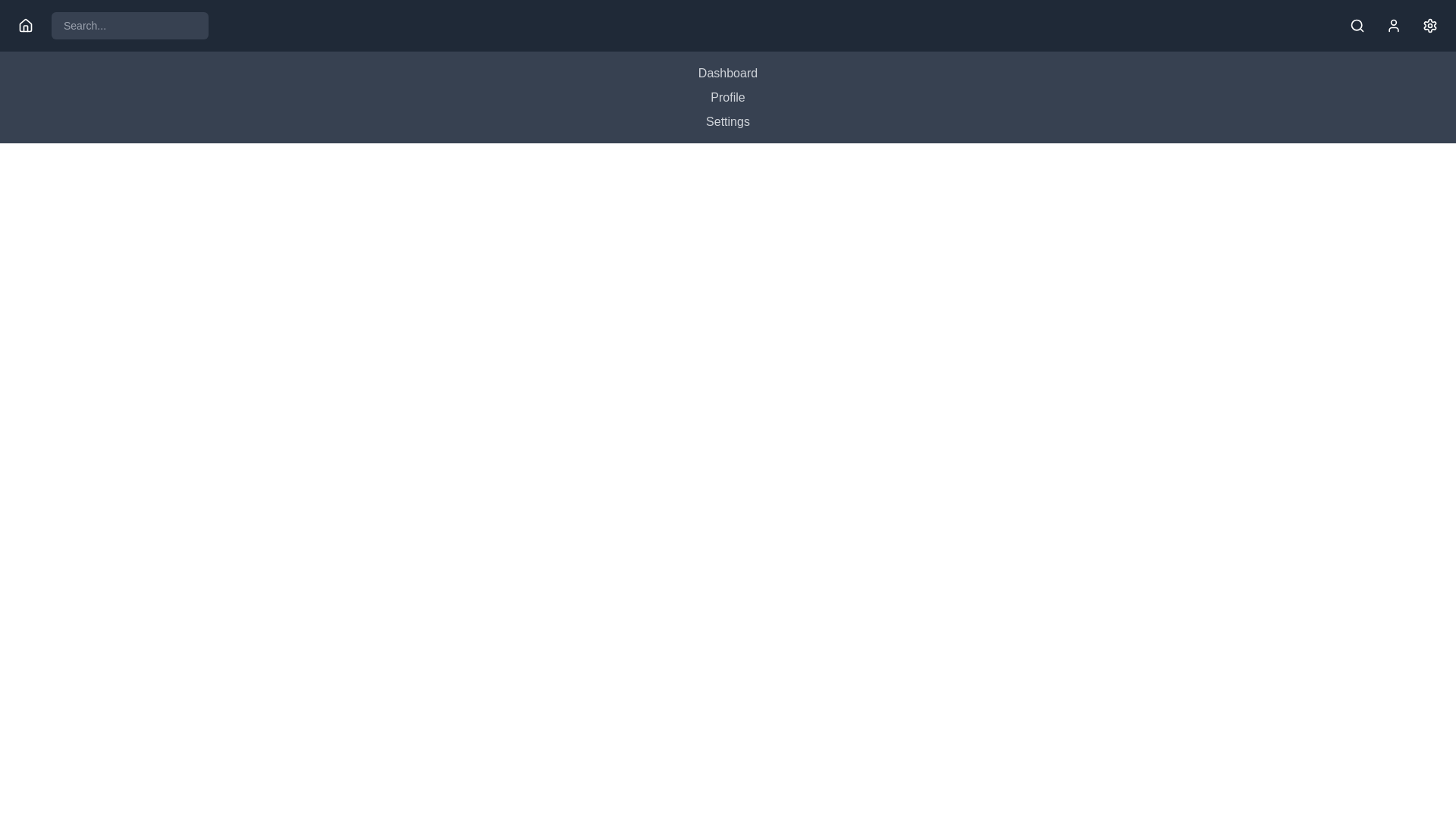 Image resolution: width=1456 pixels, height=819 pixels. What do you see at coordinates (1394, 26) in the screenshot?
I see `the user profile SVG icon located in the top right corner of the header section` at bounding box center [1394, 26].